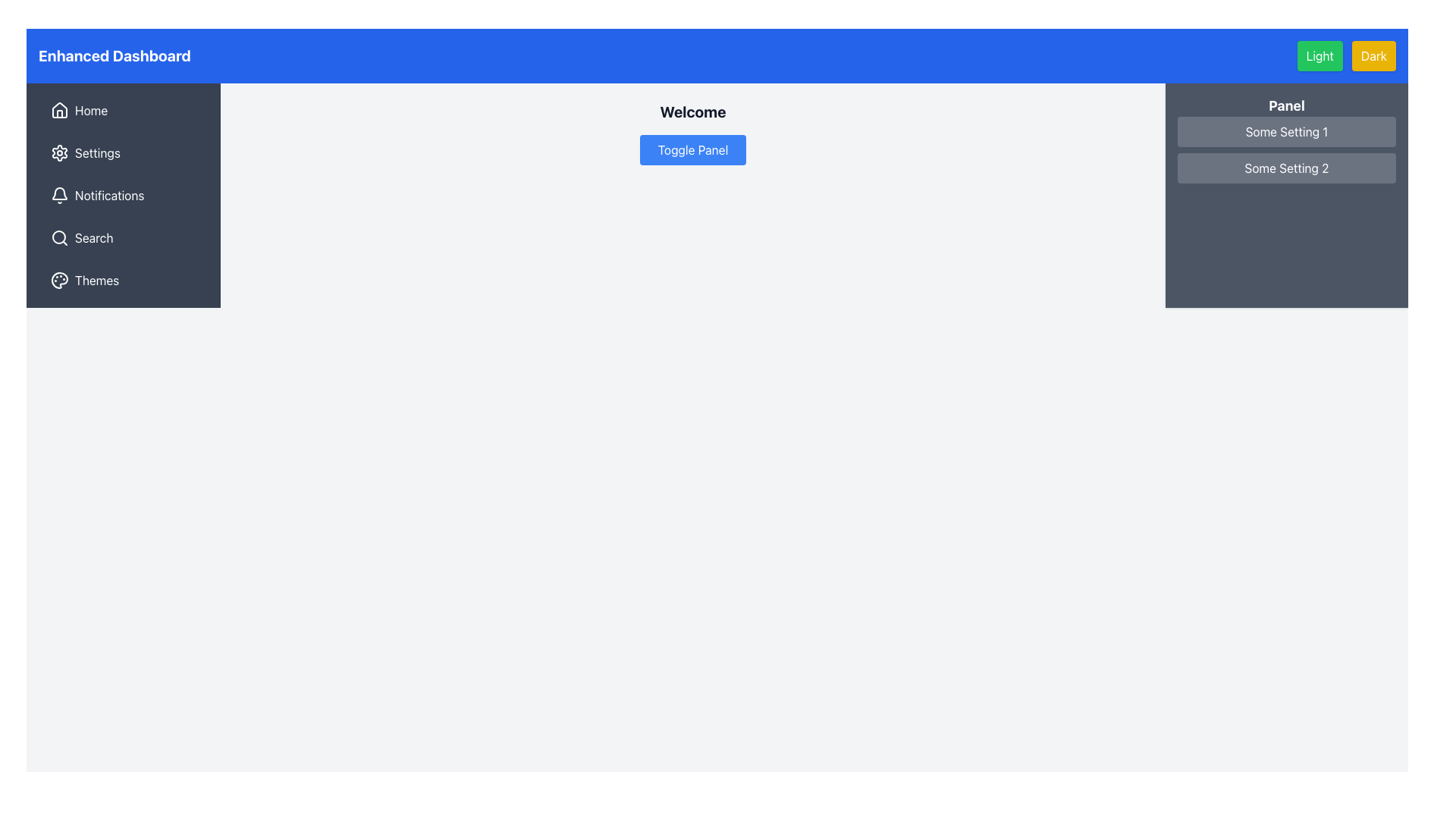 The image size is (1456, 819). What do you see at coordinates (692, 149) in the screenshot?
I see `the blue 'Toggle Panel' button with white text, which is located beneath the 'Welcome' title` at bounding box center [692, 149].